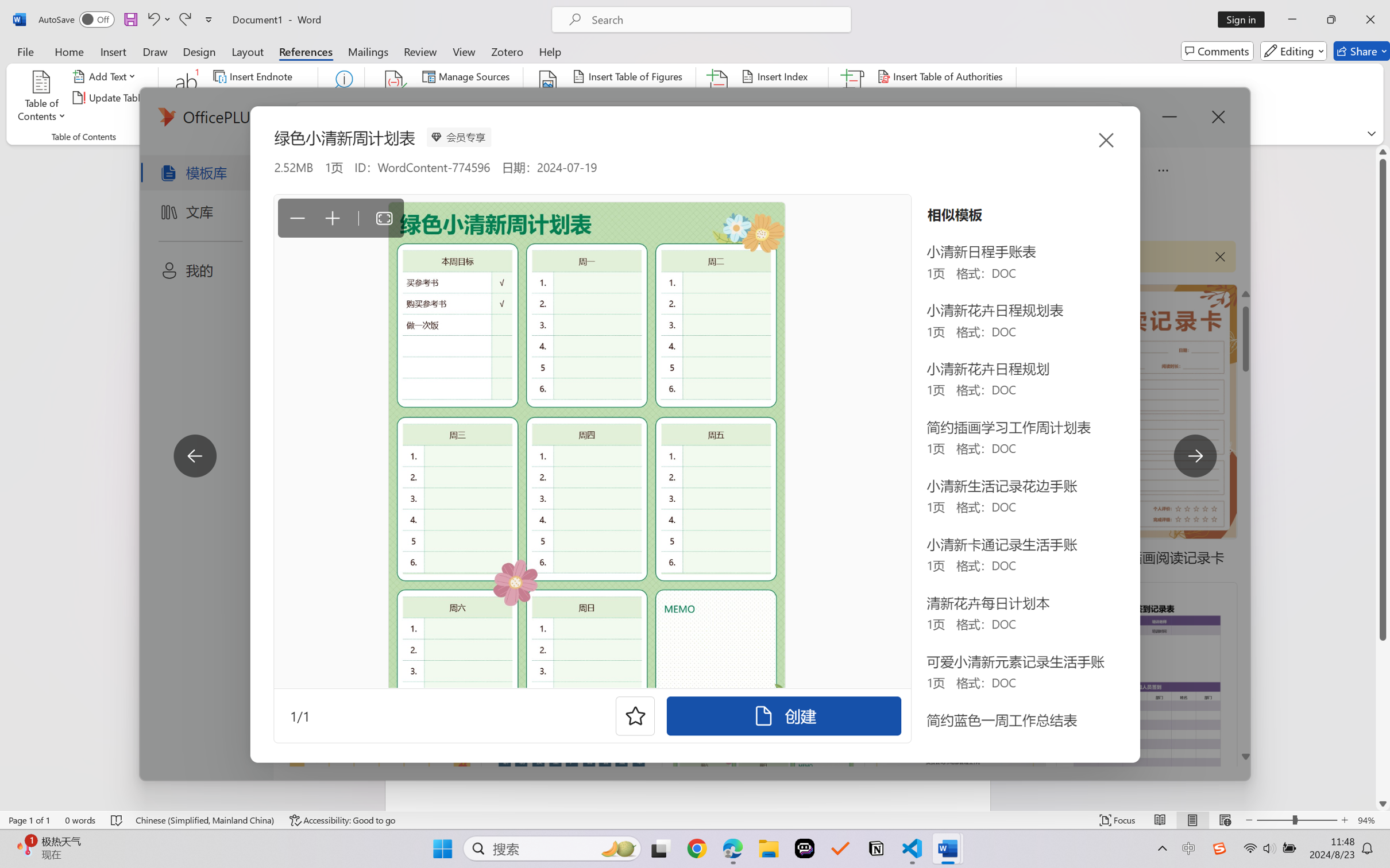  What do you see at coordinates (157, 19) in the screenshot?
I see `'Undo Apply Quick Style Set'` at bounding box center [157, 19].